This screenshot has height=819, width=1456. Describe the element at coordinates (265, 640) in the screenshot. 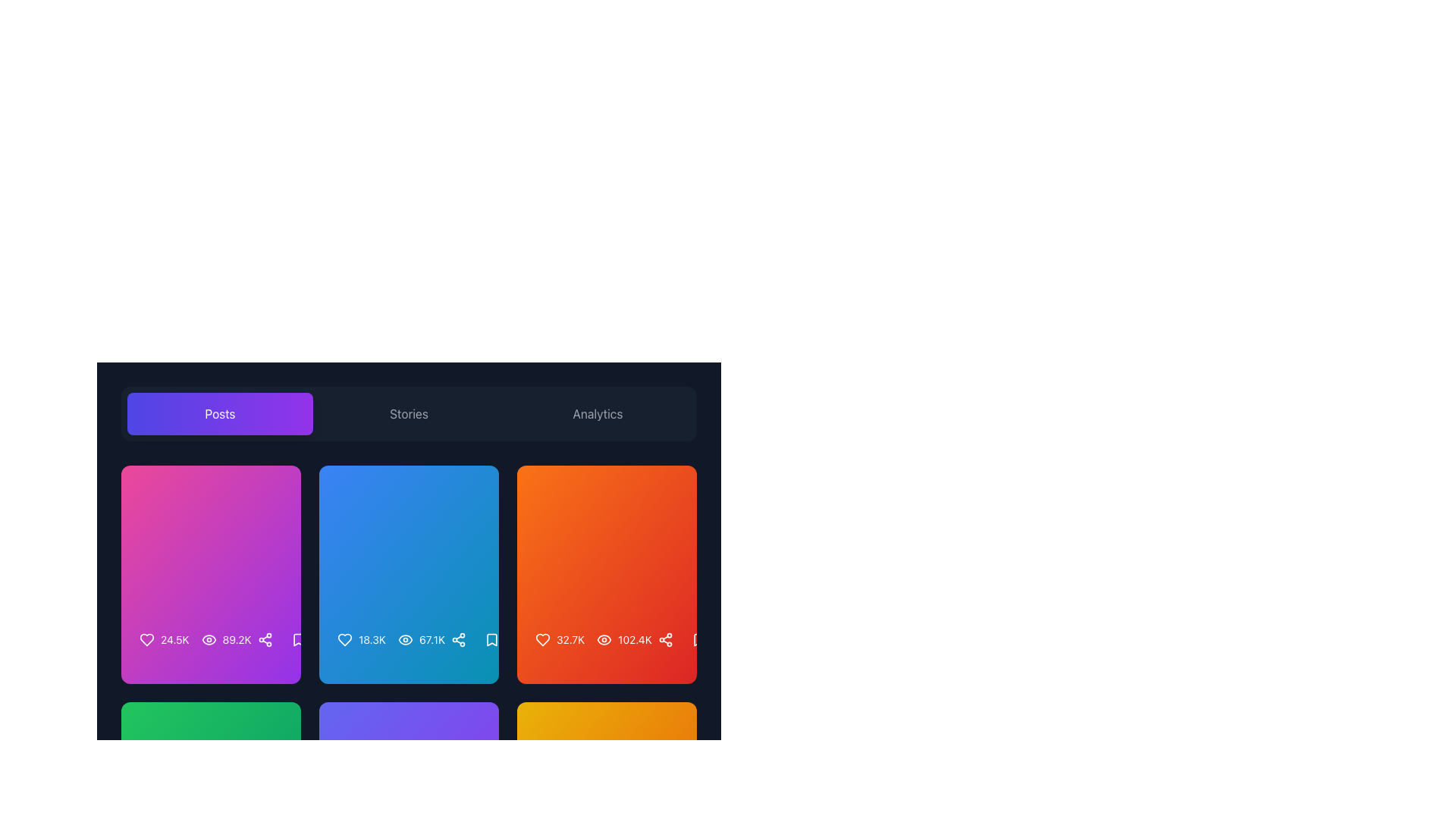

I see `the sharing icon that resembles a triangle formed by three circular nodes on a purple background, located at the bottom right corner of the leftmost card in the top row of the grid` at that location.